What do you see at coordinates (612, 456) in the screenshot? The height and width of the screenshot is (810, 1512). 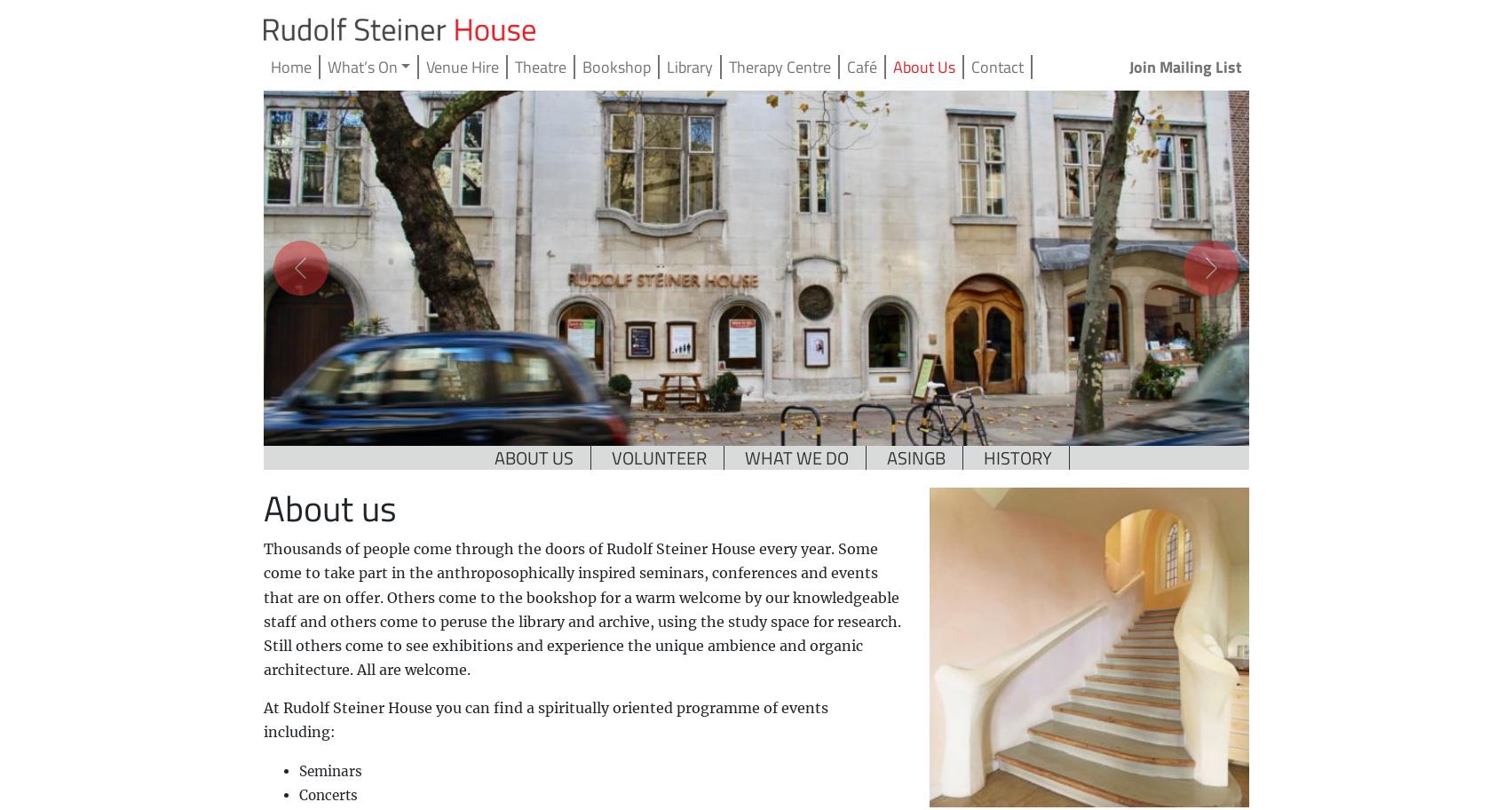 I see `'VOLUNTEER'` at bounding box center [612, 456].